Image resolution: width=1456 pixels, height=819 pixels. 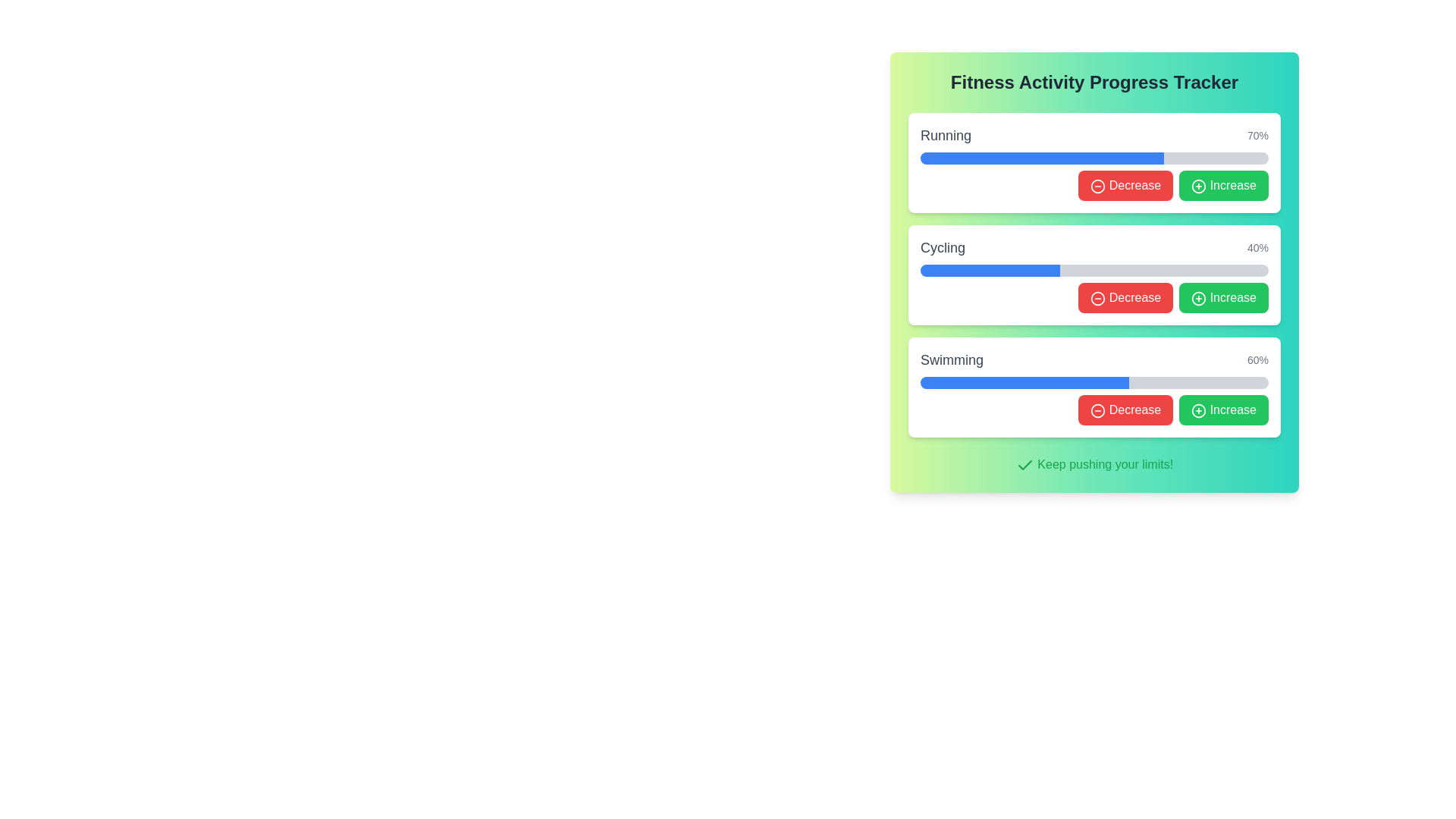 I want to click on the progress bar indicating 60% completion of the 'Swimming' activity, located between the 'Cycling' activity and the motivational message below, so click(x=1025, y=382).